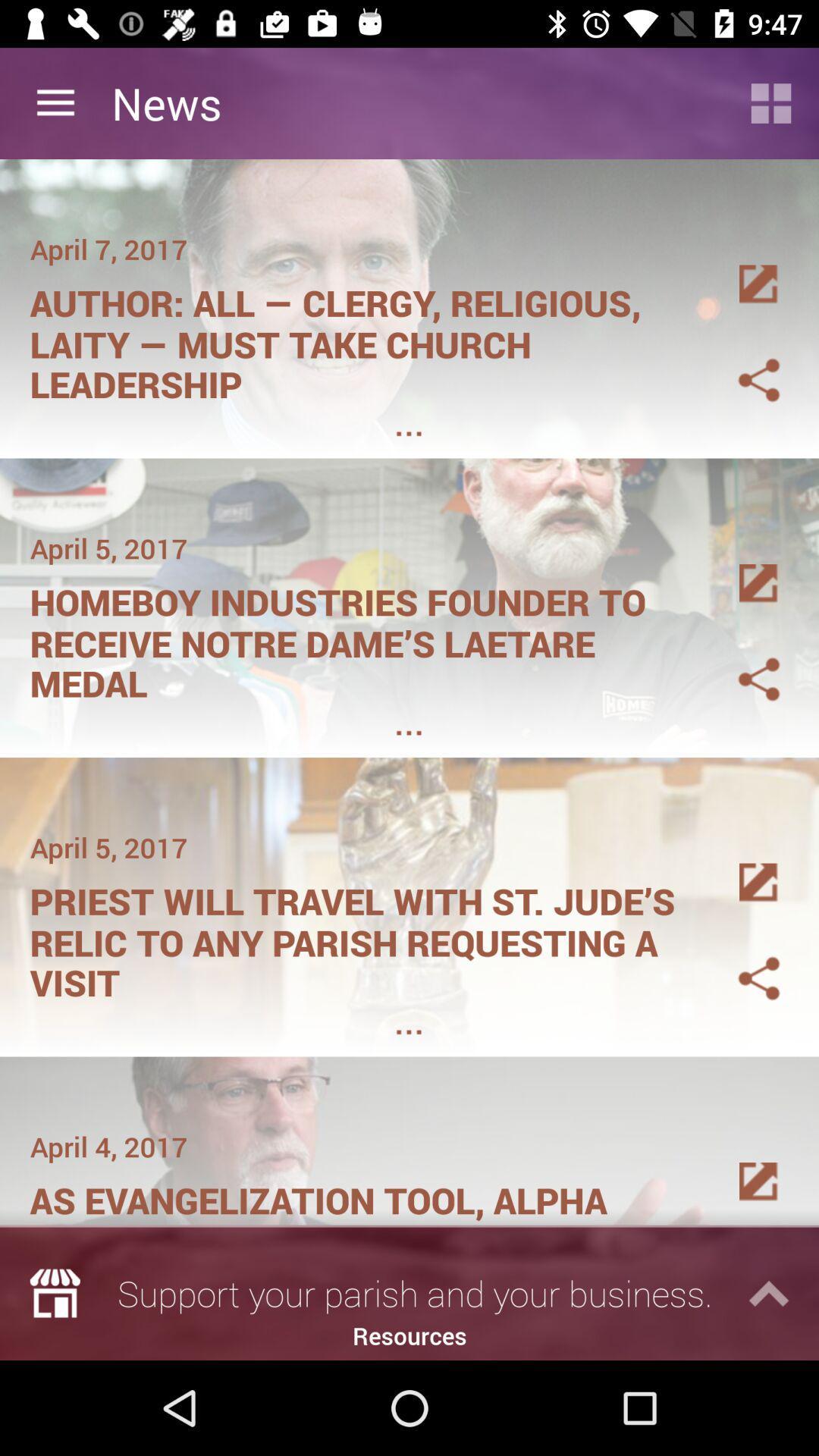 The height and width of the screenshot is (1456, 819). I want to click on priest will travel item, so click(362, 937).